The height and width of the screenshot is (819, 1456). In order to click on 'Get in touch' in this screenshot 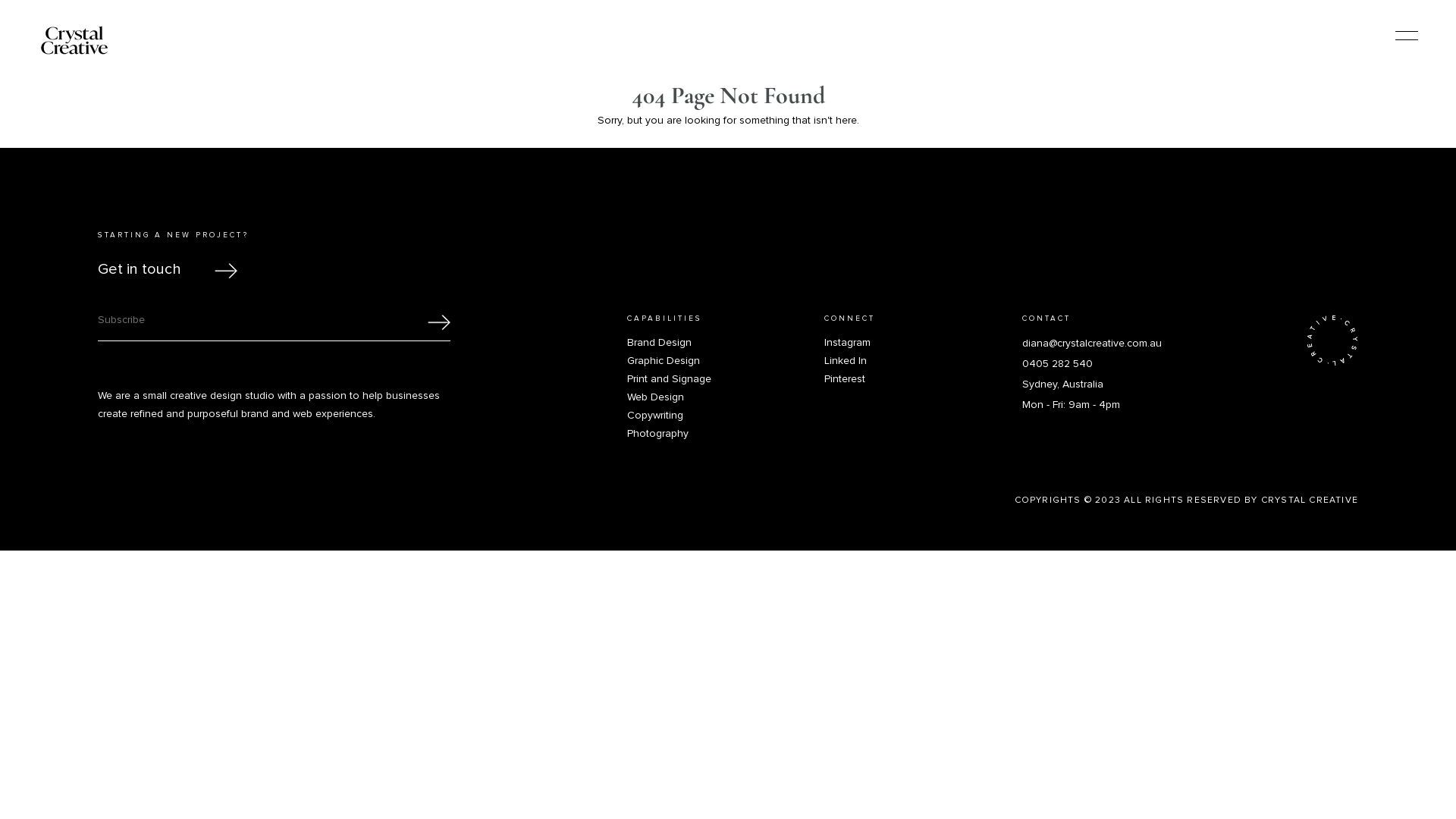, I will do `click(162, 268)`.